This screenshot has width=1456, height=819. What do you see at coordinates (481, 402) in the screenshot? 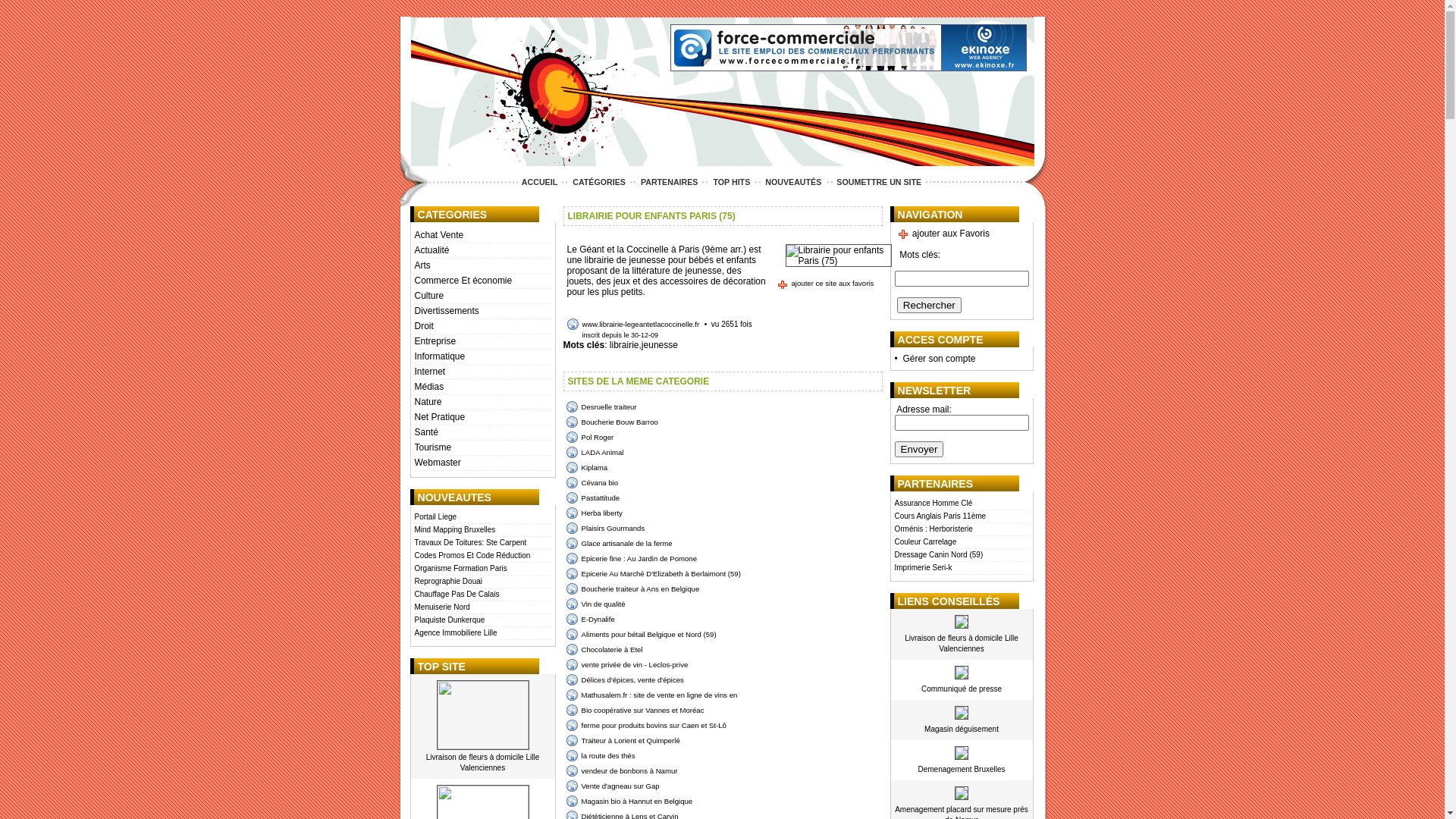
I see `'Nature'` at bounding box center [481, 402].